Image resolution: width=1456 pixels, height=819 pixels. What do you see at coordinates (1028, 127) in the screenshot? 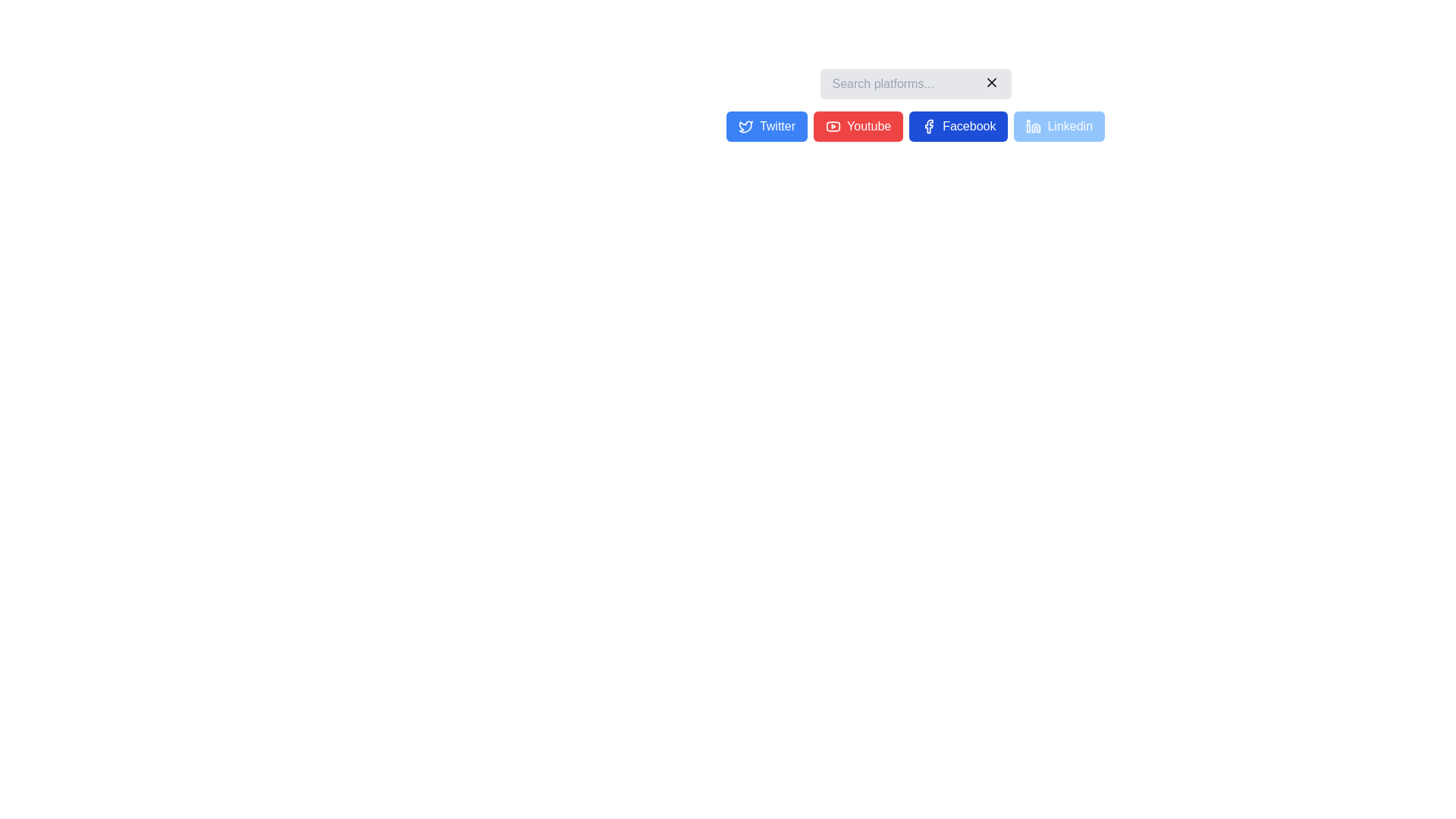
I see `the middle SVG rectangle of the LinkedIn logo, which is positioned on the right side of the page as part of the icon's design` at bounding box center [1028, 127].